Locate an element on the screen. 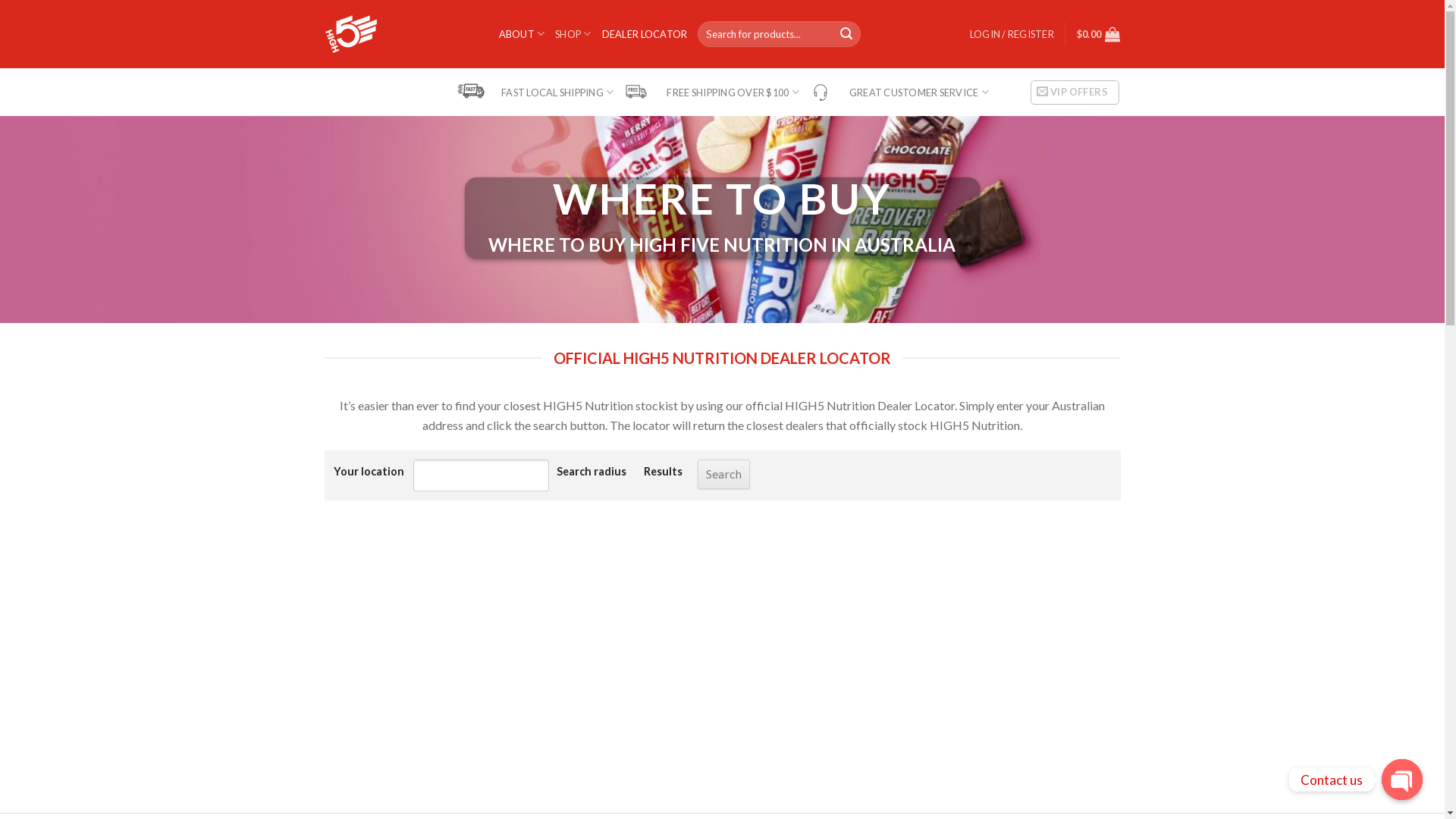 The image size is (1456, 819). 'LOGIN / REGISTER' is located at coordinates (1012, 34).